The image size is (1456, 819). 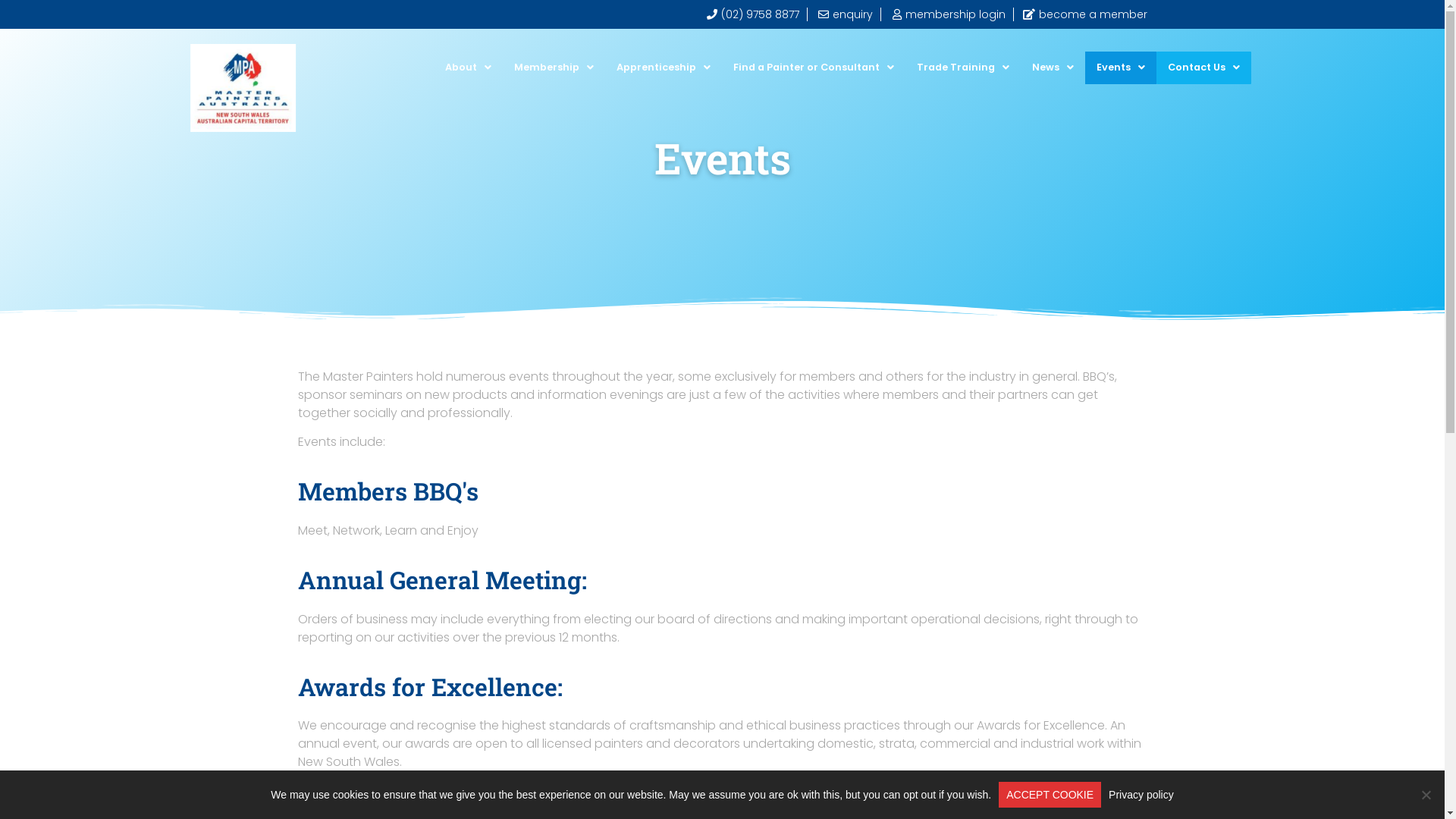 What do you see at coordinates (946, 14) in the screenshot?
I see `'membership login'` at bounding box center [946, 14].